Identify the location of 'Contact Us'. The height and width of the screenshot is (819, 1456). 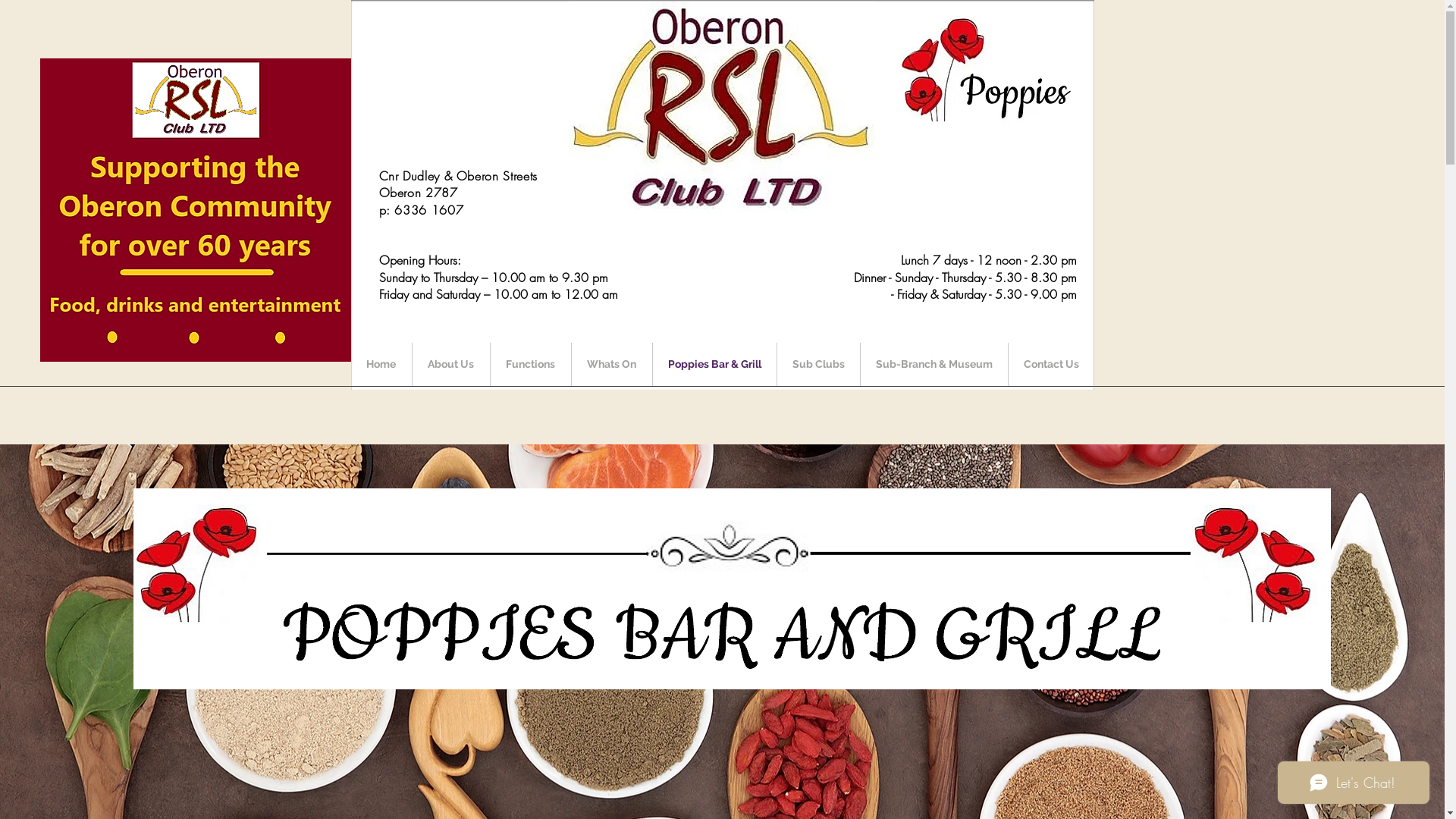
(1050, 364).